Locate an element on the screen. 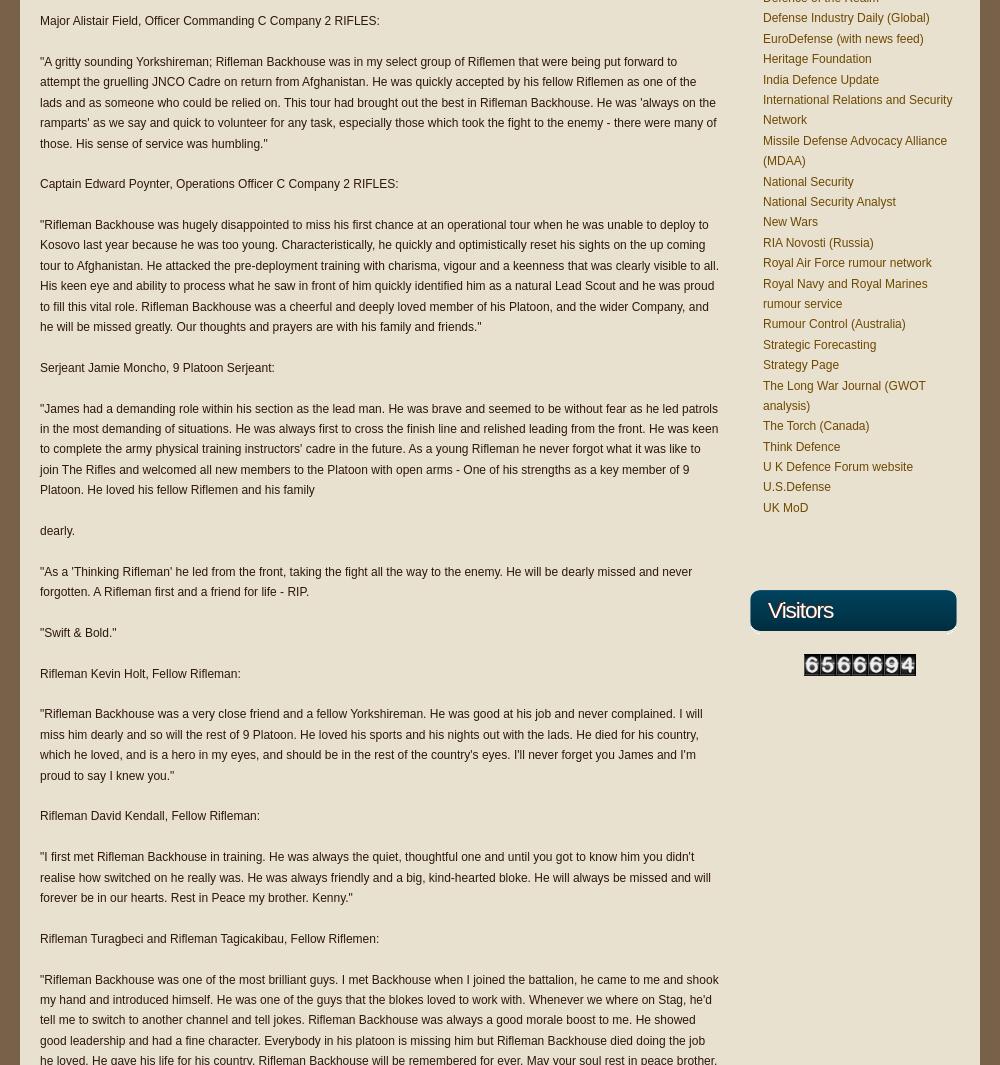 Image resolution: width=1000 pixels, height=1065 pixels. '"As a 'Thinking Rifleman' he led from the front, taking the fight all the way to the enemy. He will be dearly missed and never forgotten. A Rifleman first and a friend for life - RIP.' is located at coordinates (365, 581).